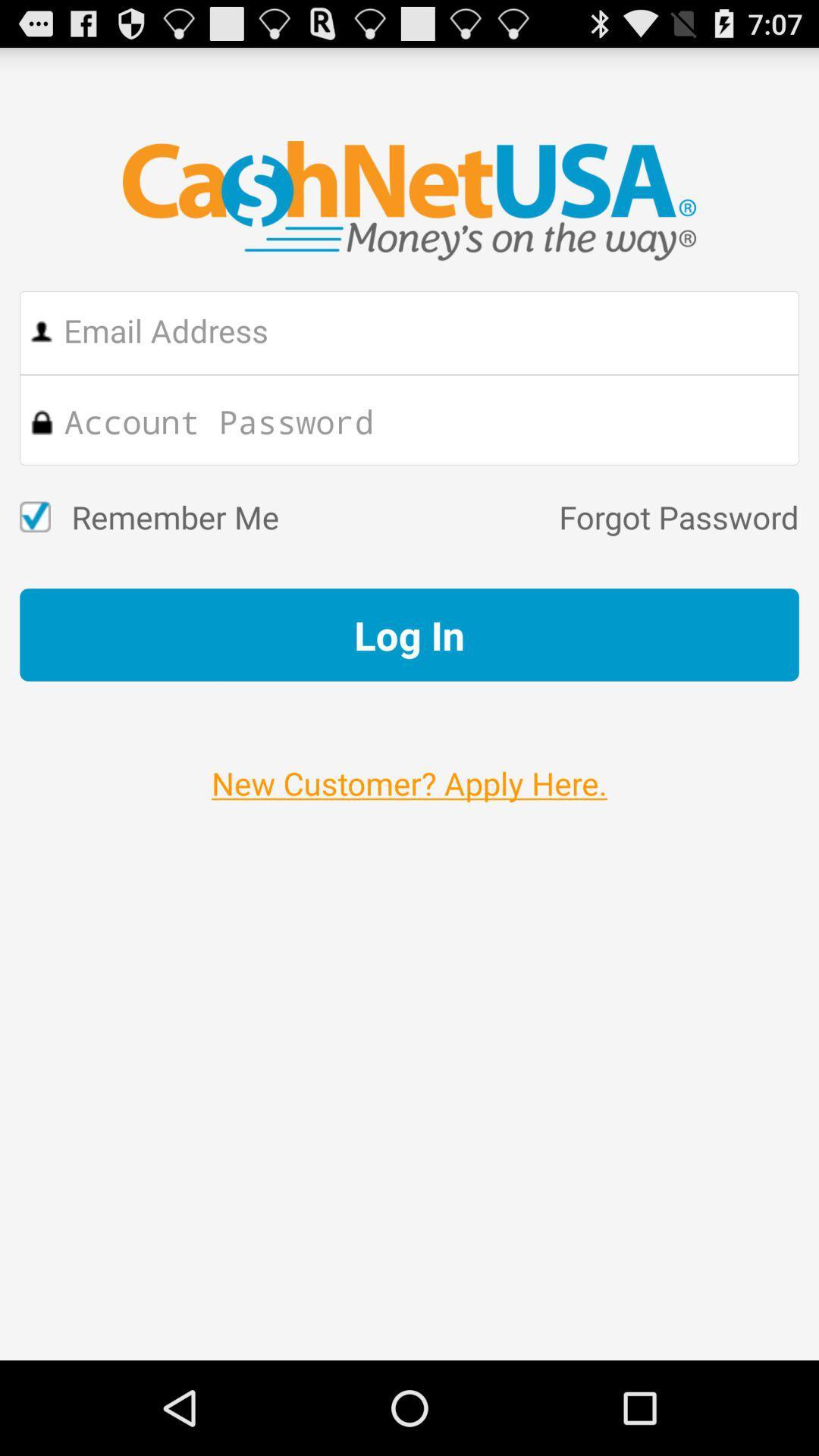 The image size is (819, 1456). What do you see at coordinates (409, 635) in the screenshot?
I see `the item above the new customer apply item` at bounding box center [409, 635].